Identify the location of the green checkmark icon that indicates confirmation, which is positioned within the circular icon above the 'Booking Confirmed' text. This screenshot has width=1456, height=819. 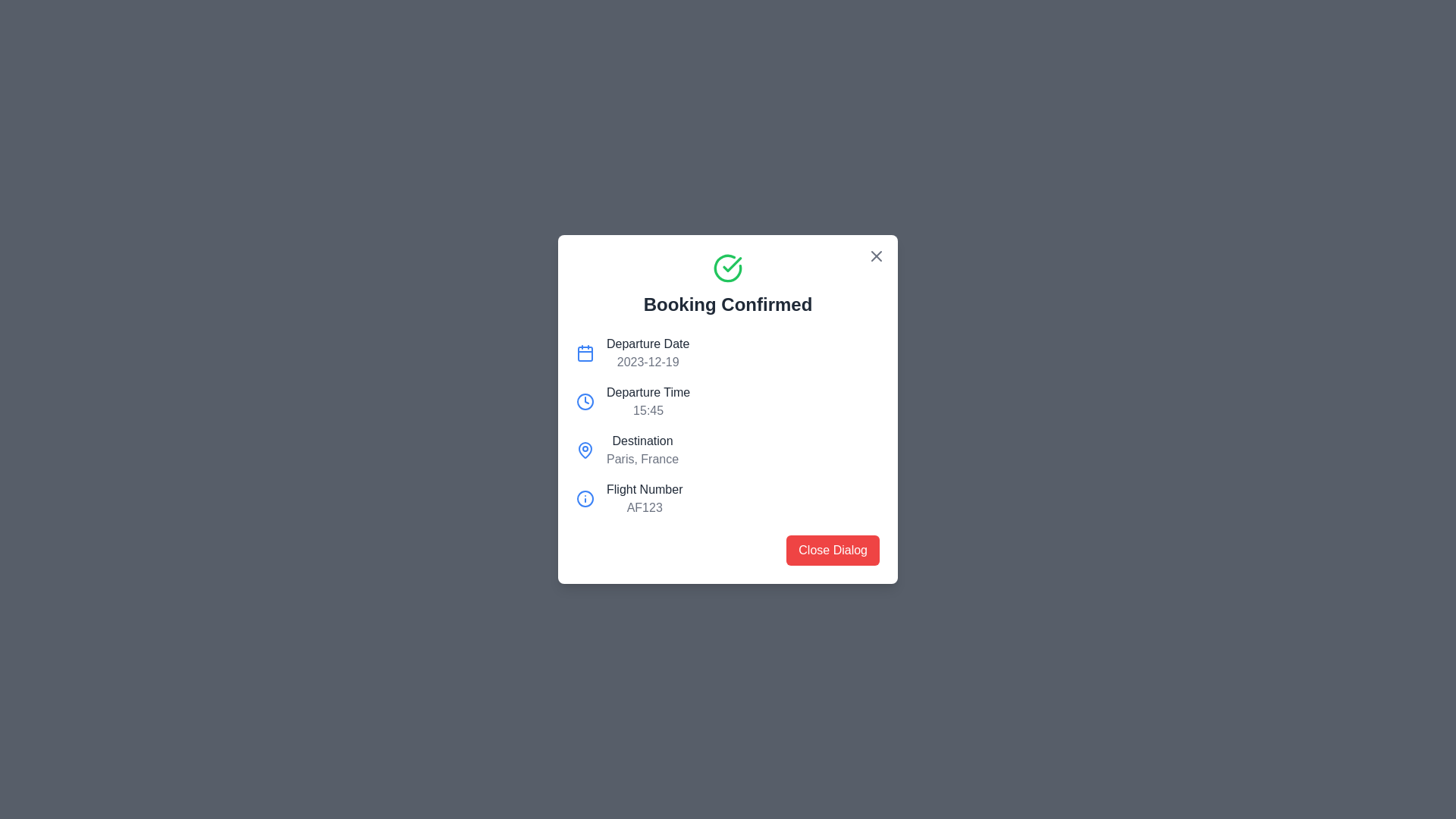
(732, 263).